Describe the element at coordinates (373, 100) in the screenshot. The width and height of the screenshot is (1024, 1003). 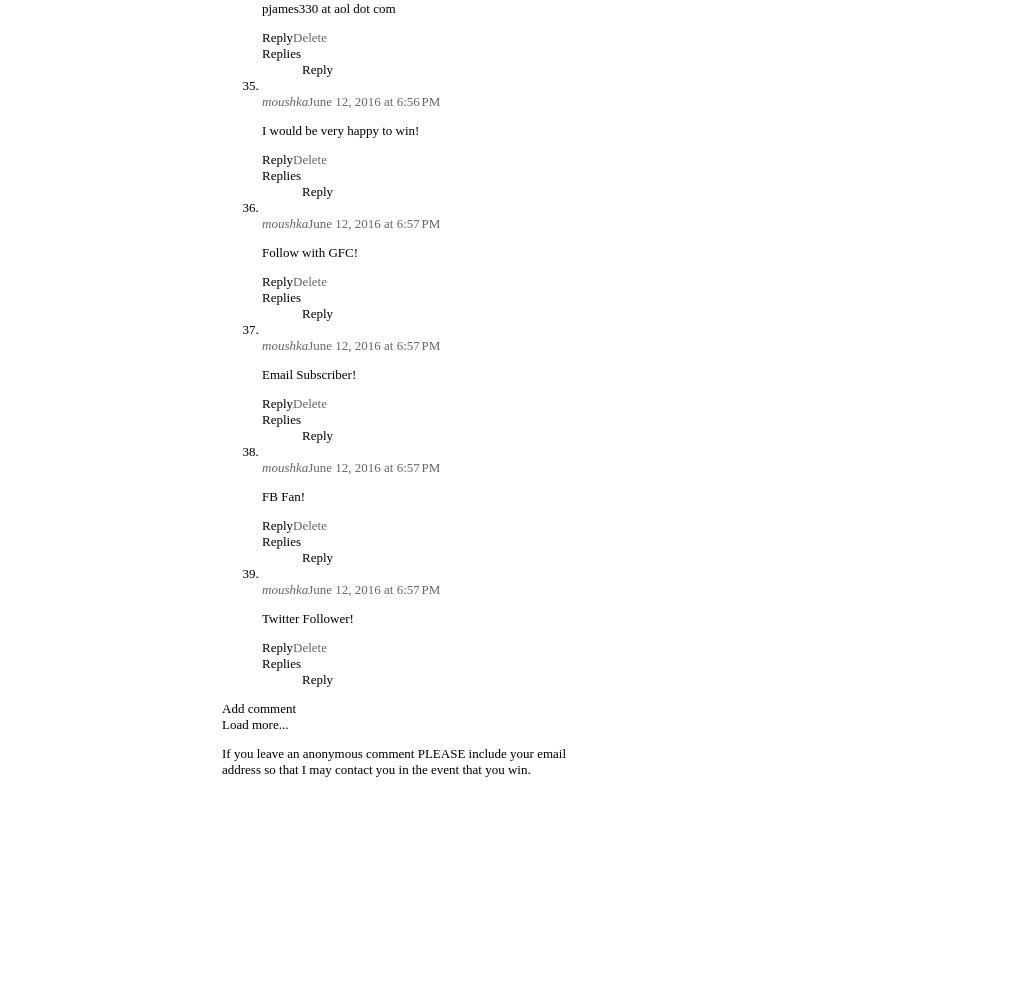
I see `'June 12, 2016 at 6:56 PM'` at that location.